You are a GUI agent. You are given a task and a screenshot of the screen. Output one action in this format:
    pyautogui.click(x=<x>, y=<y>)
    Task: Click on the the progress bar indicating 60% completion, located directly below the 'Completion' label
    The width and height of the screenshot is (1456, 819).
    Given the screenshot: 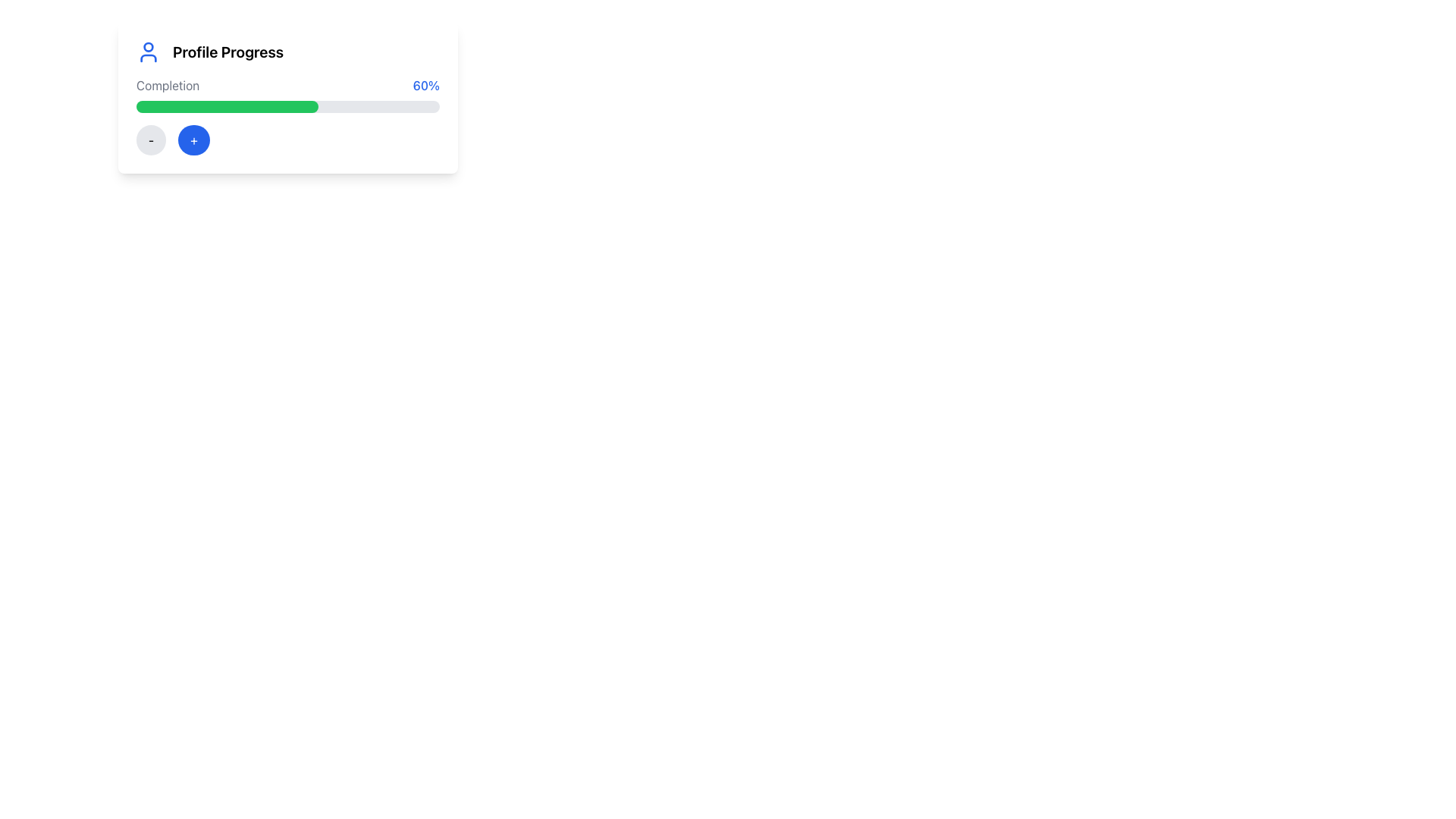 What is the action you would take?
    pyautogui.click(x=287, y=106)
    